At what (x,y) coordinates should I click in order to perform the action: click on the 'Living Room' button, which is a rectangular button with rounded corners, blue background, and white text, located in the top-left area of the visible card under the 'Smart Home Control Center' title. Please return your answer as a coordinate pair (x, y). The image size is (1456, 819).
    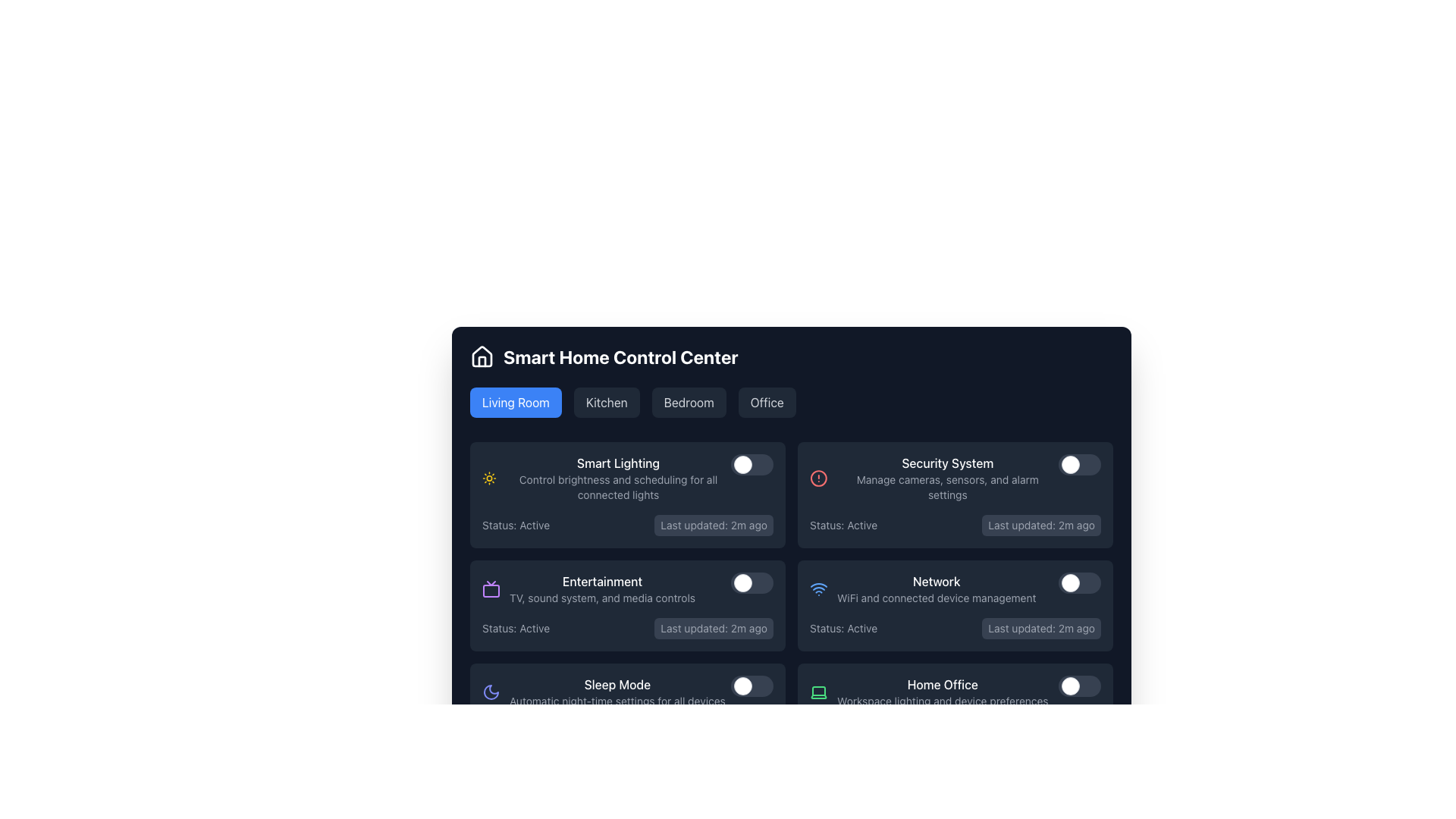
    Looking at the image, I should click on (516, 402).